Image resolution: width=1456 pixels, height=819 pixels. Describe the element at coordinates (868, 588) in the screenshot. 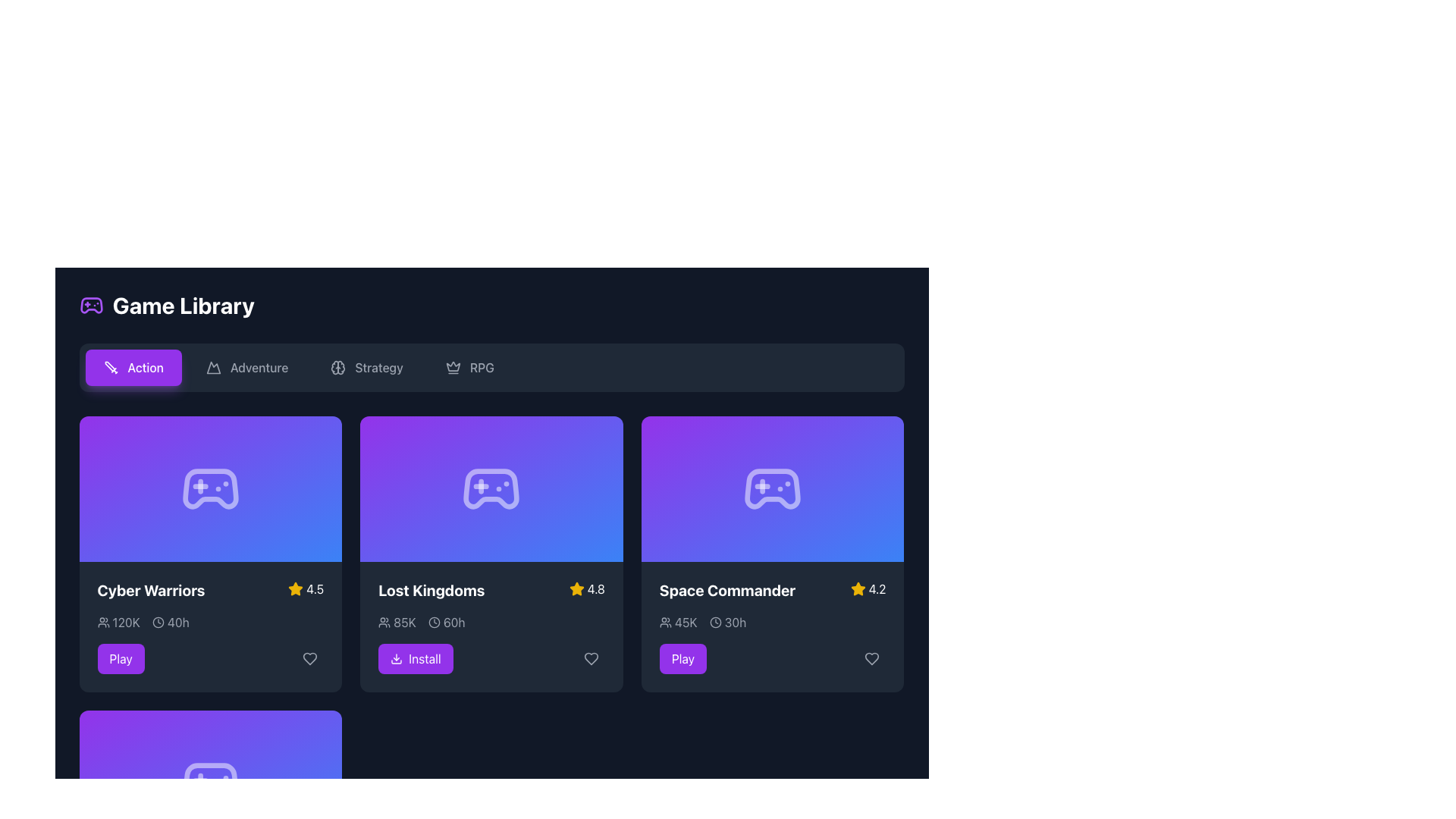

I see `the Rating component displaying '4.2' with a yellow star icon, located in the 'Space Commander' section, towards the top-right corner adjacent to its title` at that location.